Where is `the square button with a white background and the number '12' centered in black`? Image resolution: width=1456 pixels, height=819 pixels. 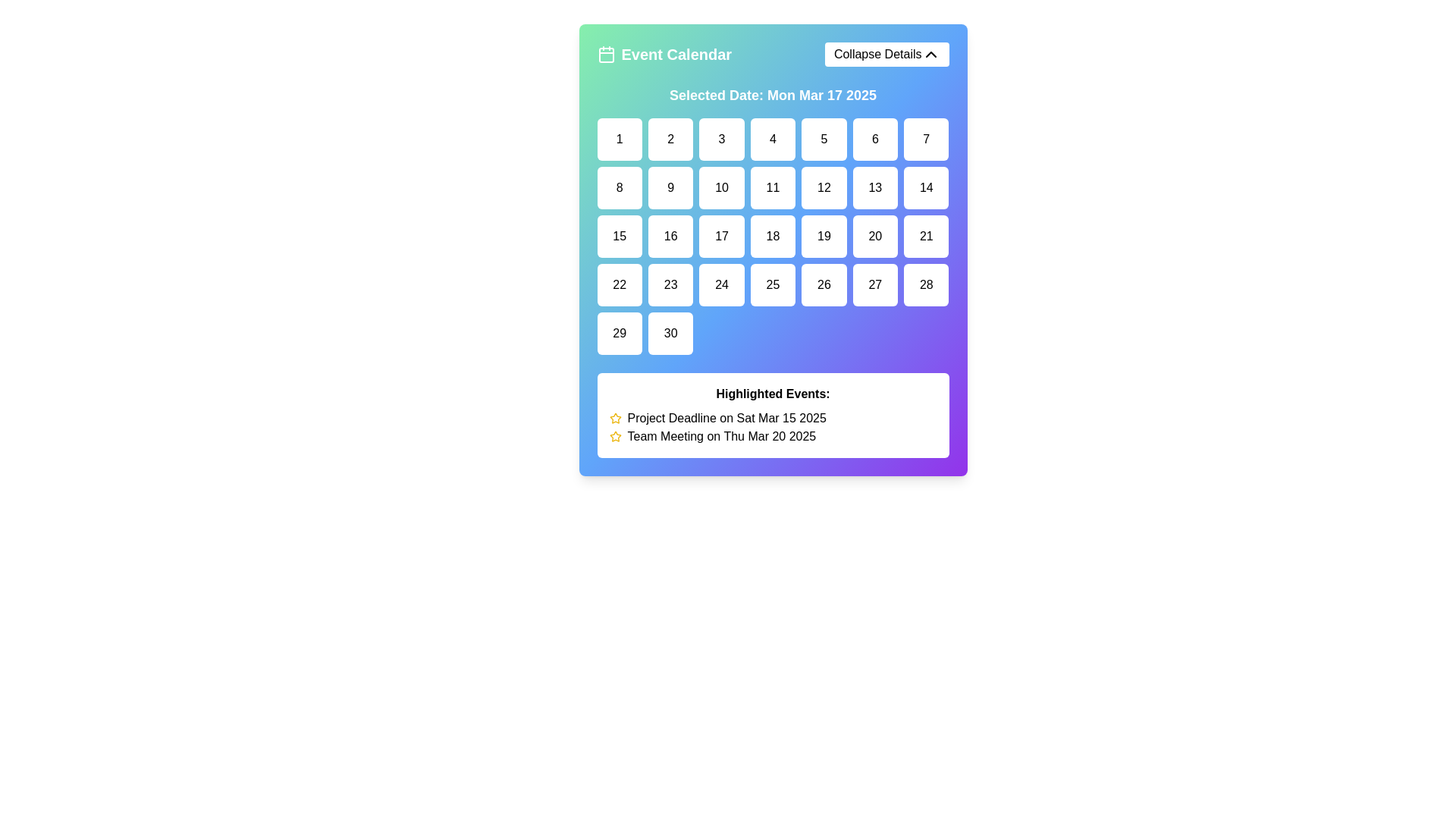
the square button with a white background and the number '12' centered in black is located at coordinates (823, 187).